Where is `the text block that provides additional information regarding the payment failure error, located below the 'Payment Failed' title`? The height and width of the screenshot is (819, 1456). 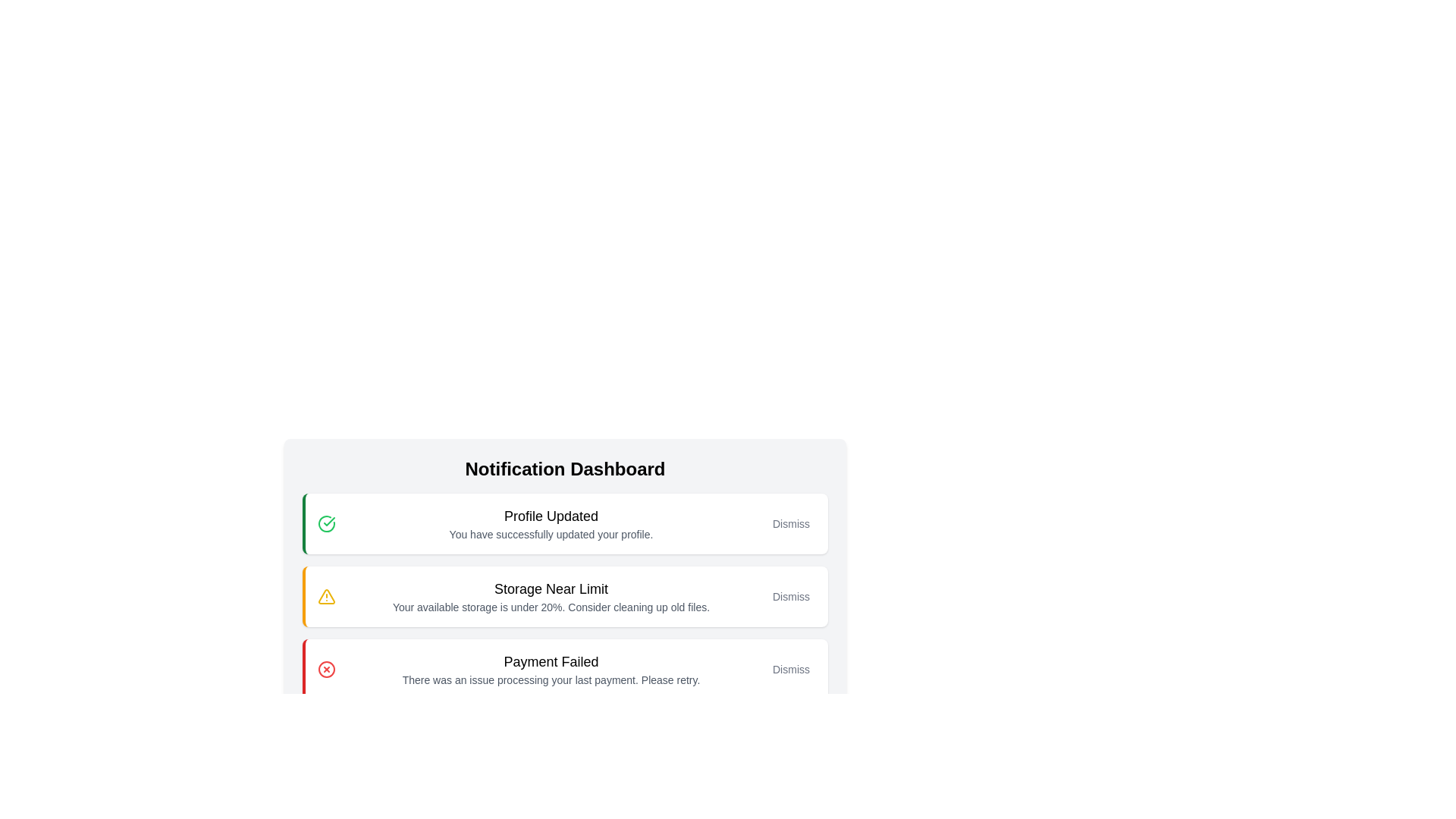
the text block that provides additional information regarding the payment failure error, located below the 'Payment Failed' title is located at coordinates (550, 679).